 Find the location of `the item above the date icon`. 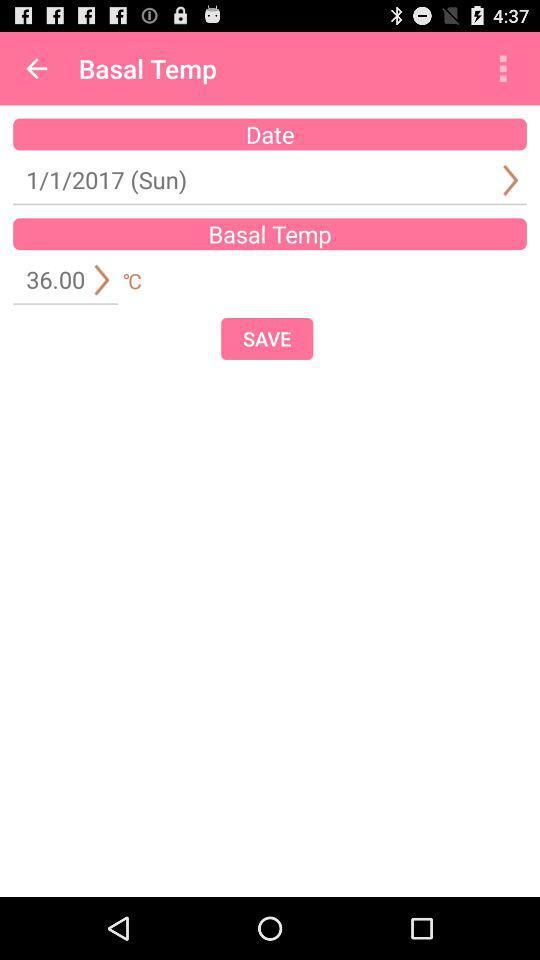

the item above the date icon is located at coordinates (502, 68).